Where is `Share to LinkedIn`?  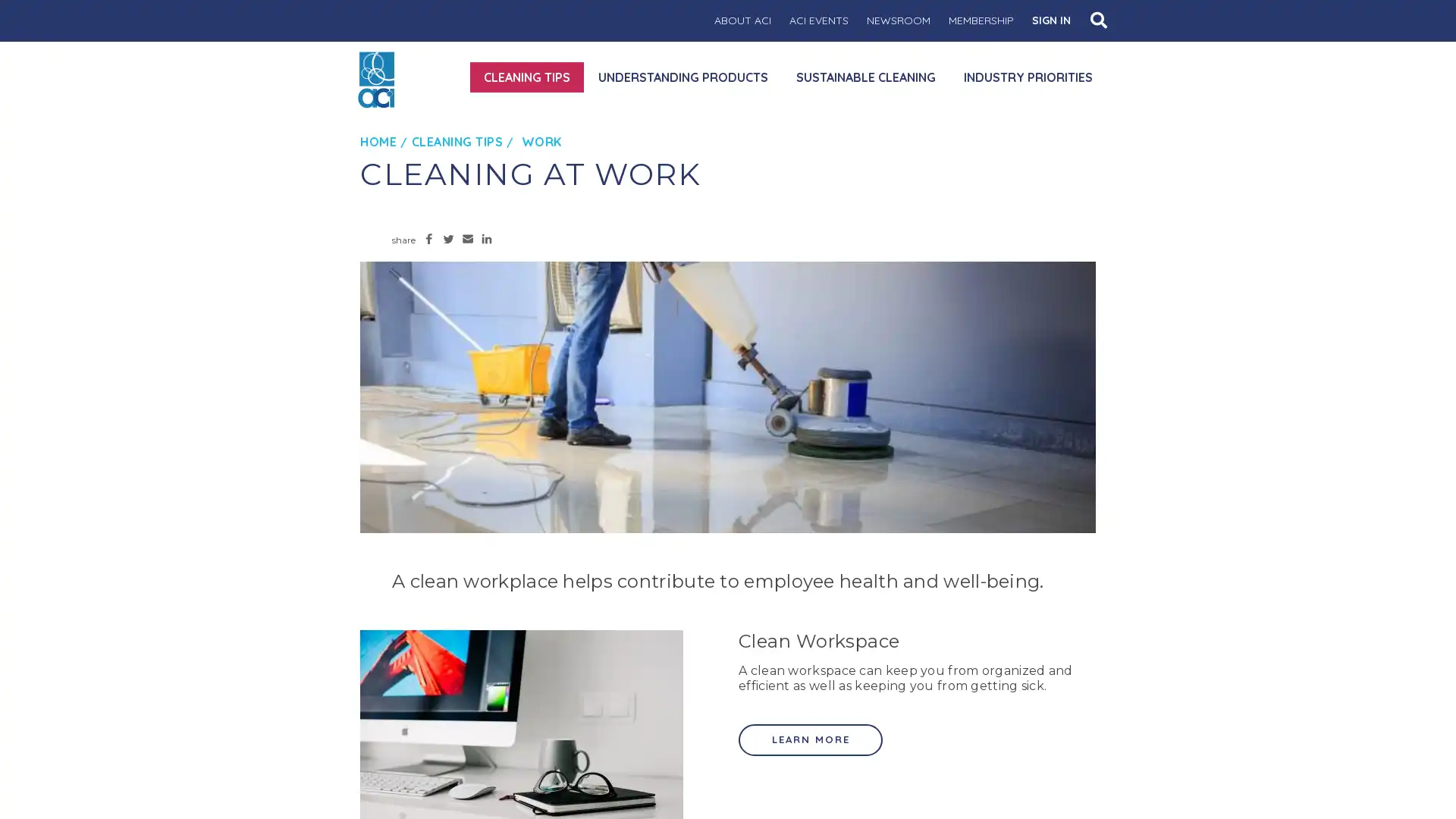
Share to LinkedIn is located at coordinates (482, 239).